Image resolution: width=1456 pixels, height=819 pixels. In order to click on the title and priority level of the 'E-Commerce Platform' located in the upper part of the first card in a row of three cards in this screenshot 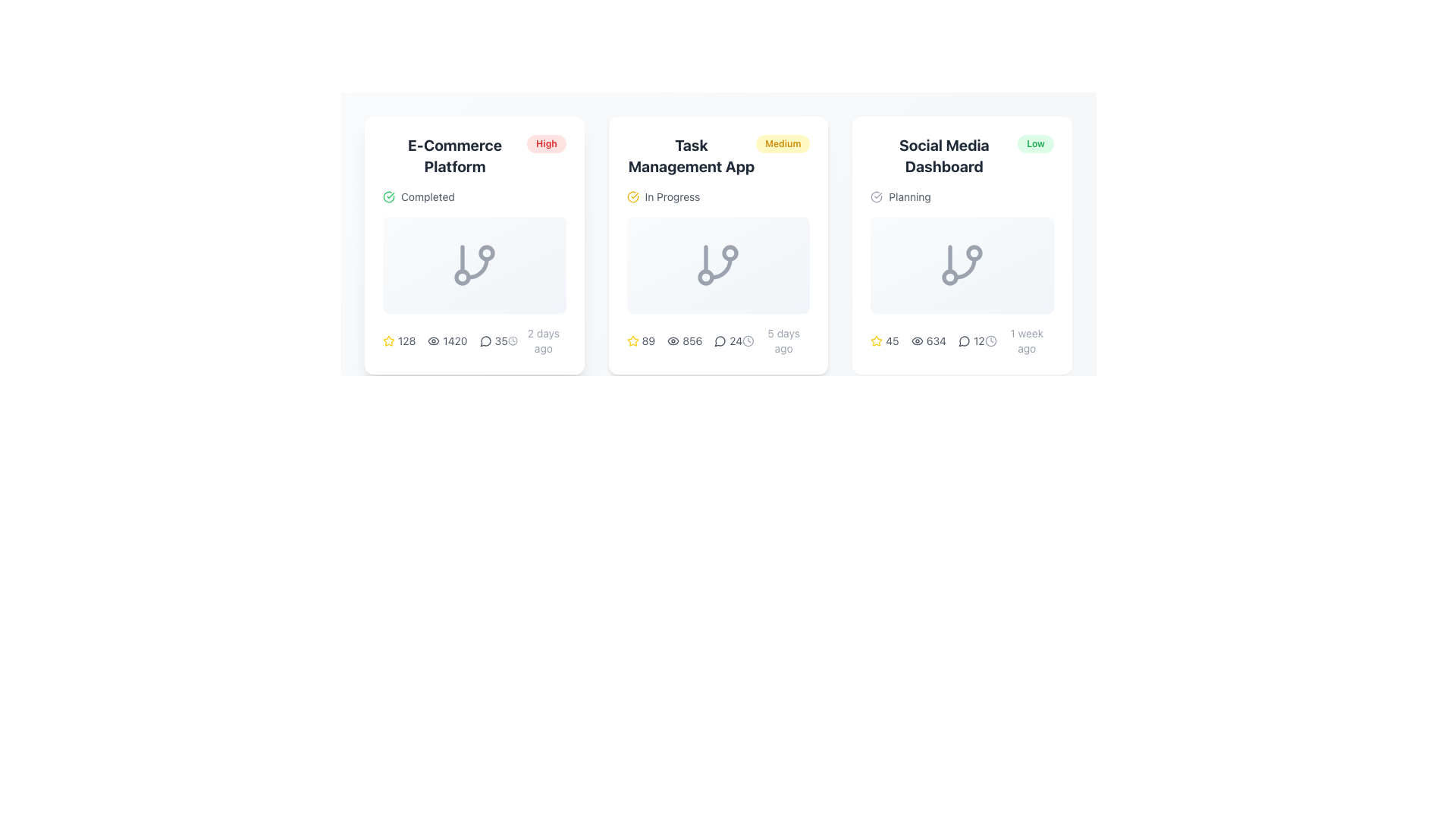, I will do `click(473, 155)`.